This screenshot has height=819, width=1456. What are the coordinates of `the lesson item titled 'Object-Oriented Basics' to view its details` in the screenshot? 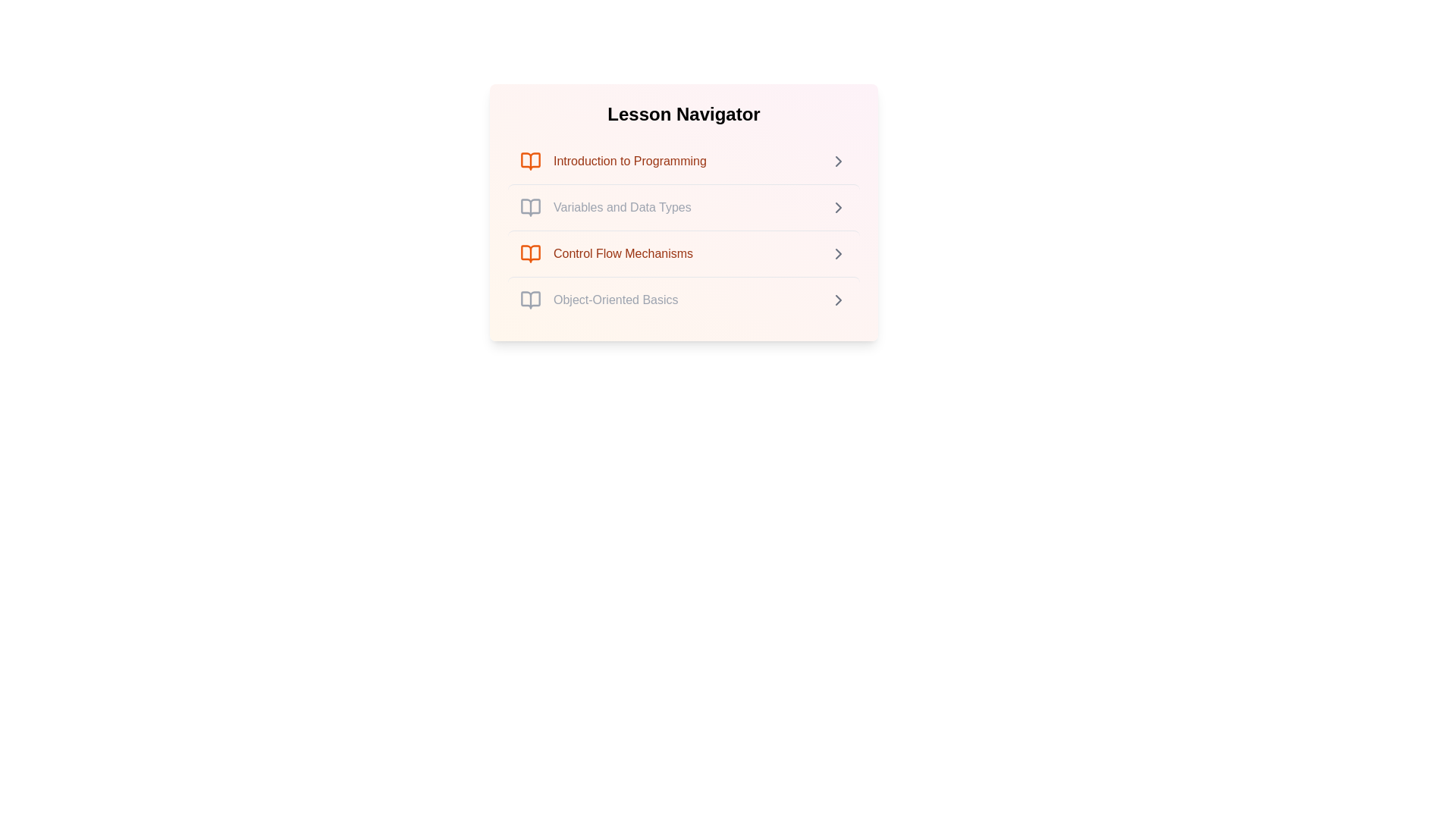 It's located at (683, 300).